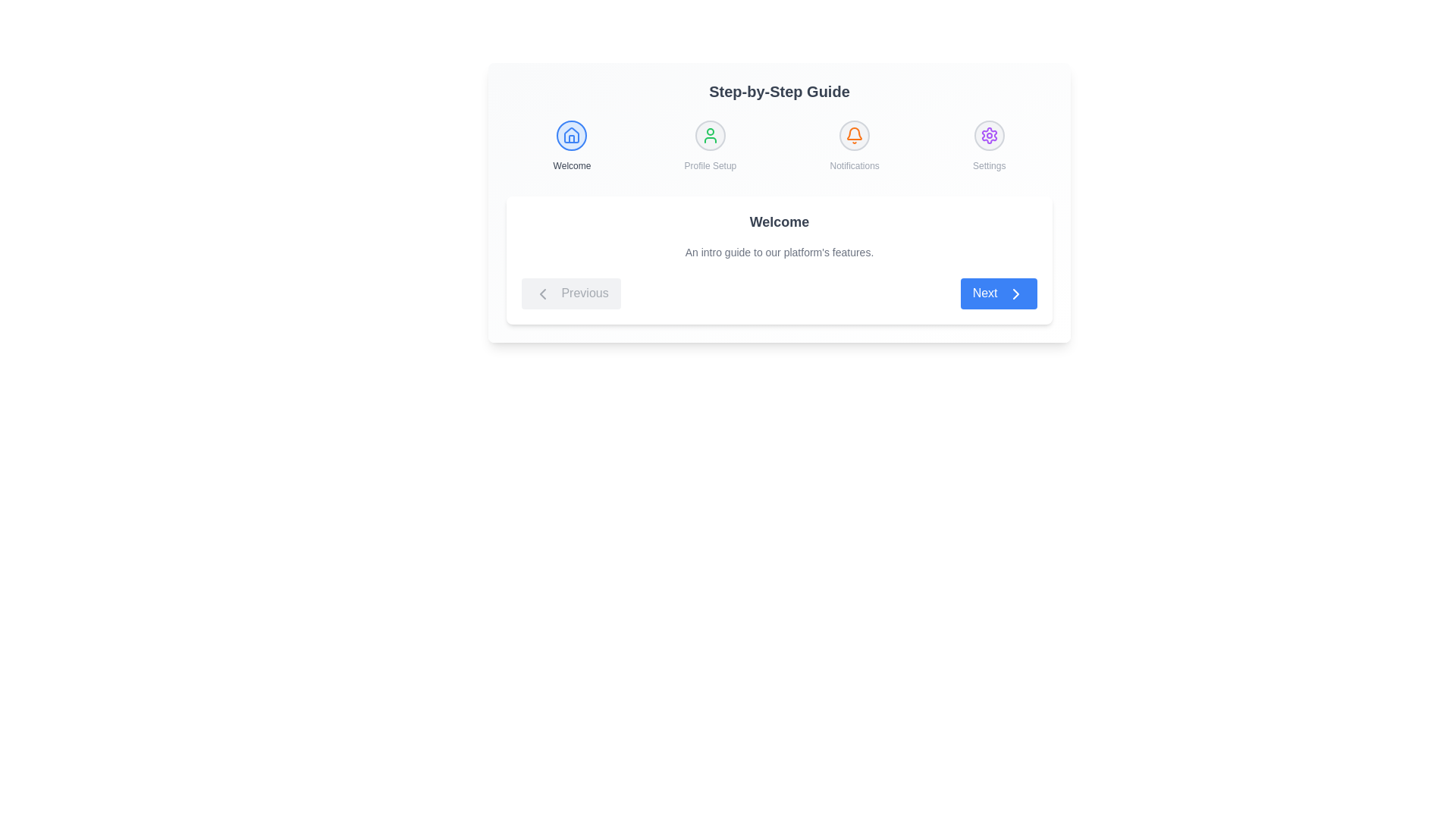 The height and width of the screenshot is (819, 1456). What do you see at coordinates (999, 293) in the screenshot?
I see `the 'Next' button styled with a blue background and white text, which includes a right-pointing chevron icon` at bounding box center [999, 293].